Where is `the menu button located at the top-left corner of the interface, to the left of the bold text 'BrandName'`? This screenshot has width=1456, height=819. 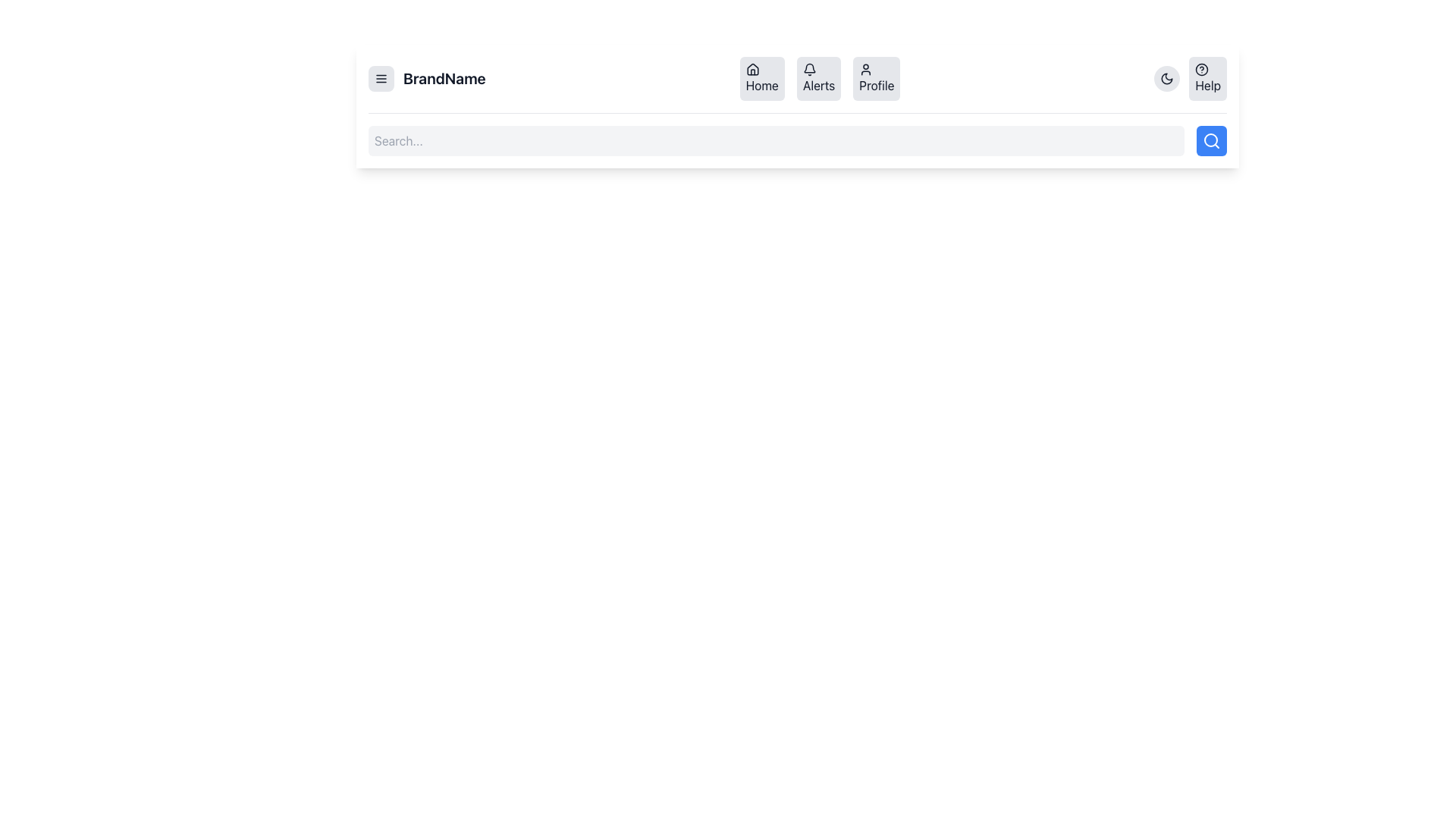
the menu button located at the top-left corner of the interface, to the left of the bold text 'BrandName' is located at coordinates (381, 79).